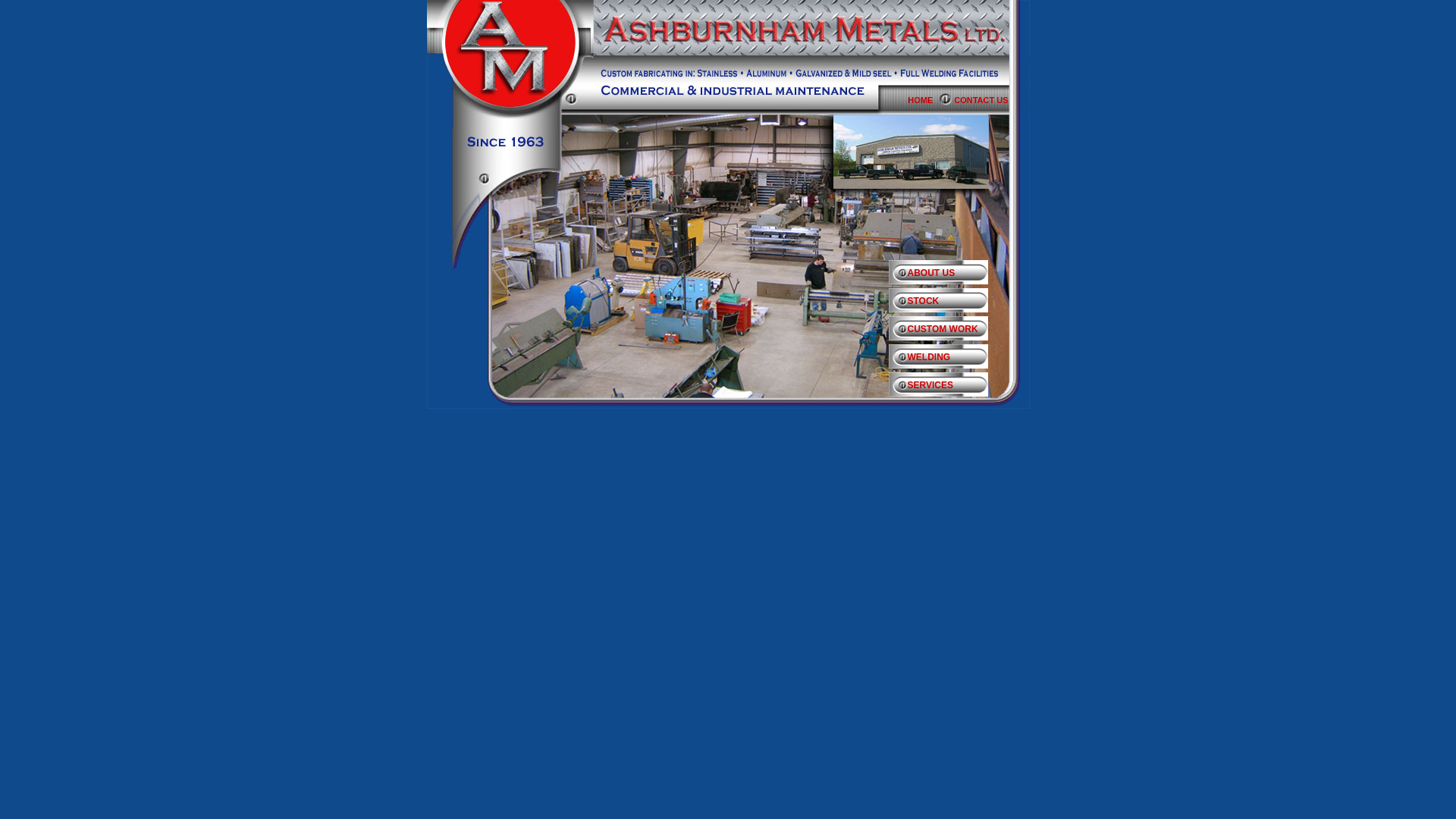  I want to click on 'CONTACT US', so click(991, 99).